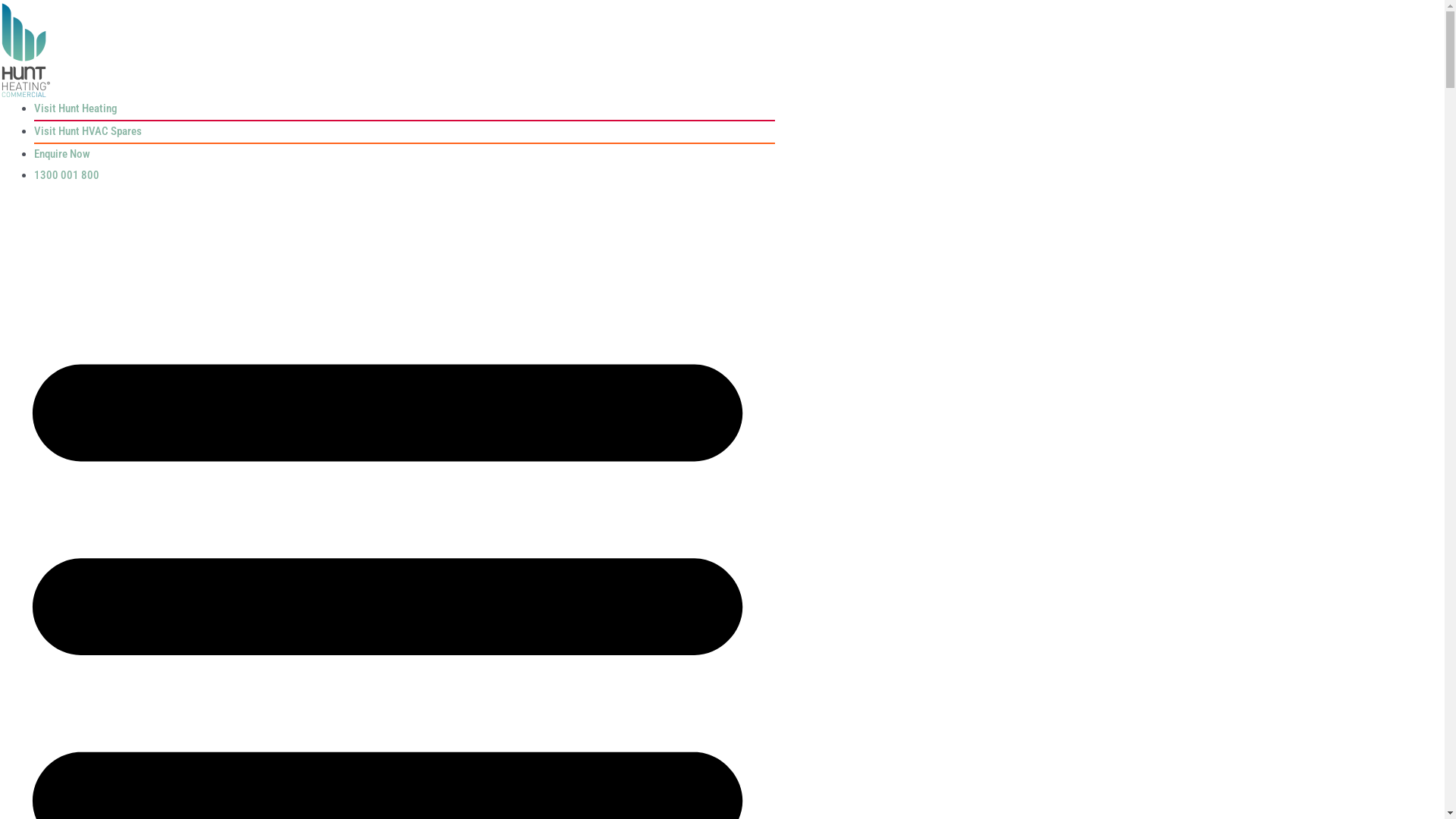 The width and height of the screenshot is (1456, 819). I want to click on 'Visit Hunt HVAC Spares', so click(33, 130).